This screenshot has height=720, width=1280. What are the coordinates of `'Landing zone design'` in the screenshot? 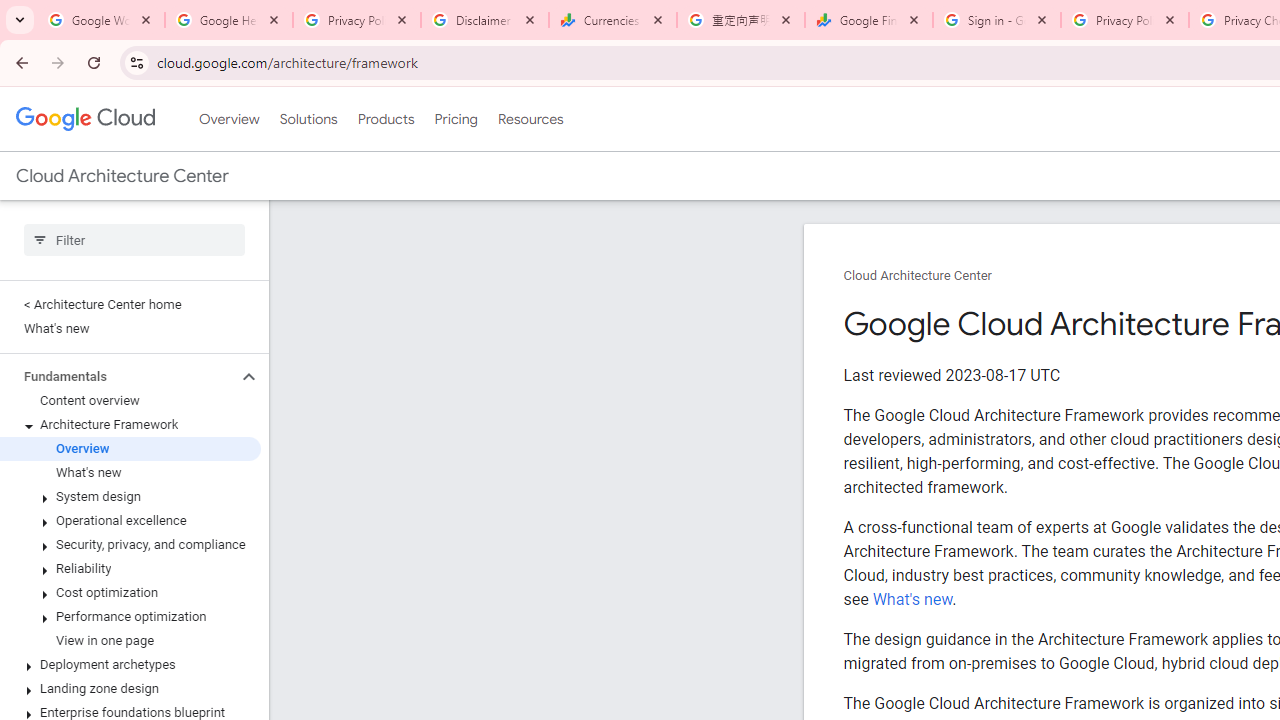 It's located at (129, 688).